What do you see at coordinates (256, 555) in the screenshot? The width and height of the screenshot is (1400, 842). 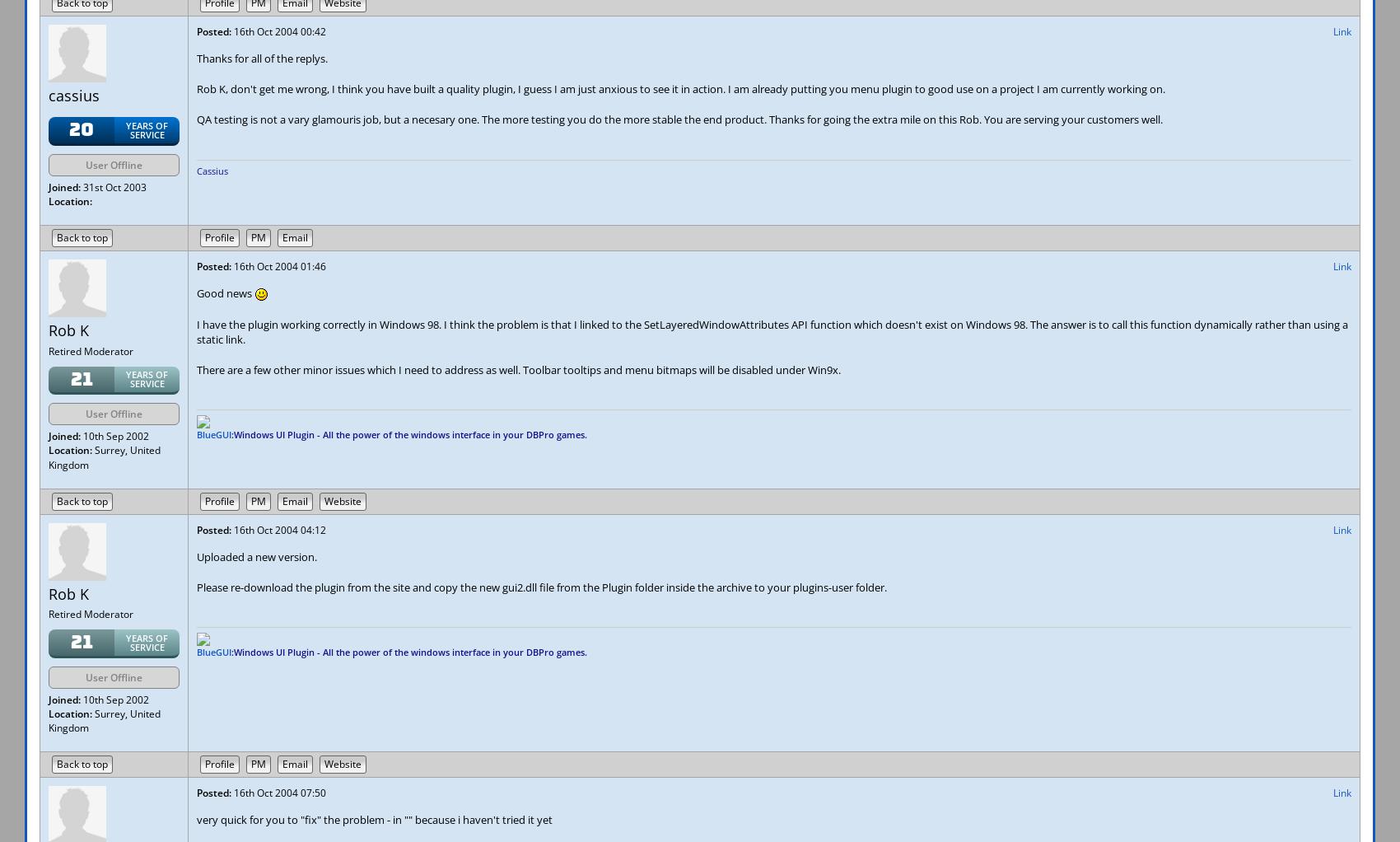 I see `'Uploaded a new version.'` at bounding box center [256, 555].